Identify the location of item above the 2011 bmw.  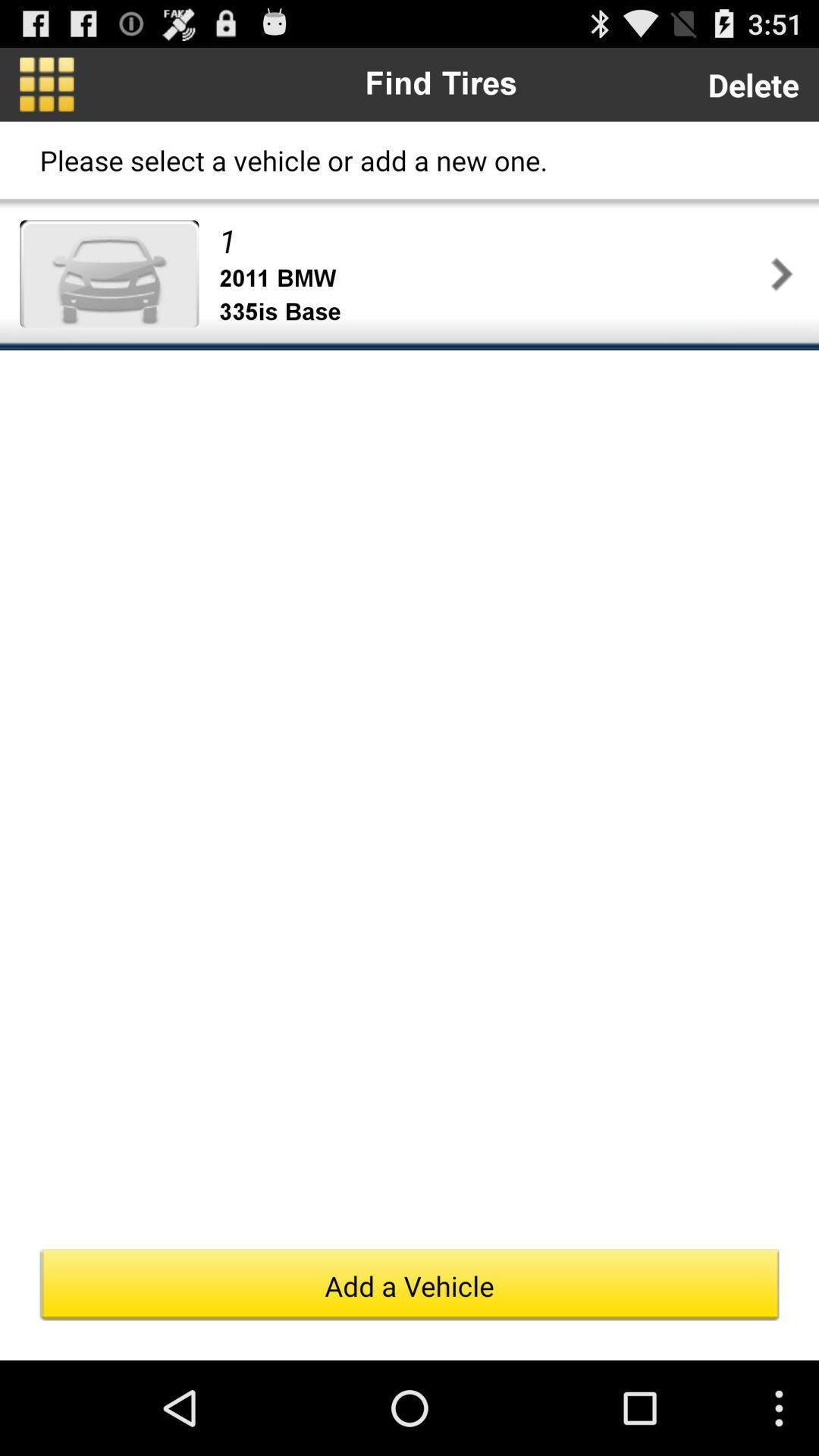
(491, 240).